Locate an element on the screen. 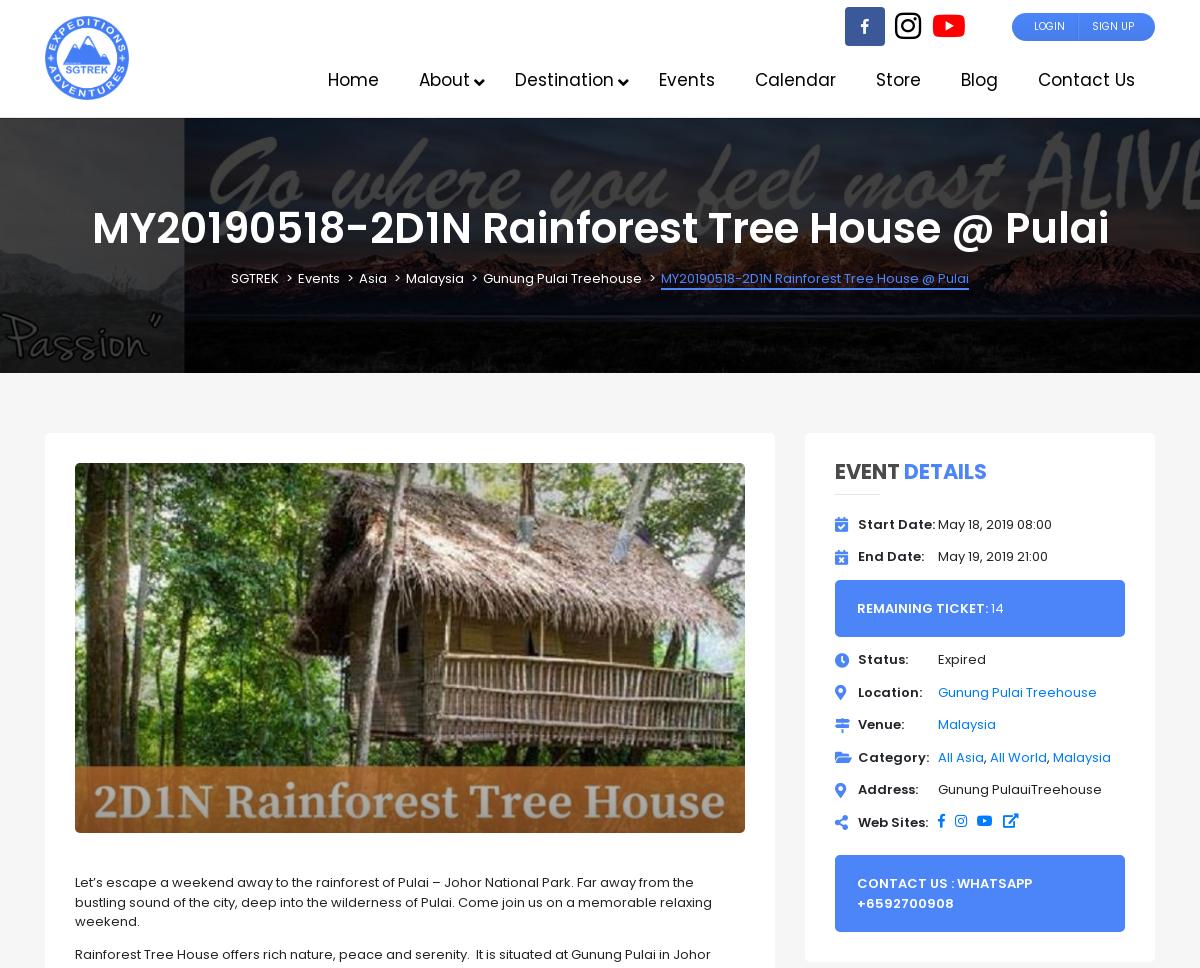  'All Asia' is located at coordinates (960, 756).